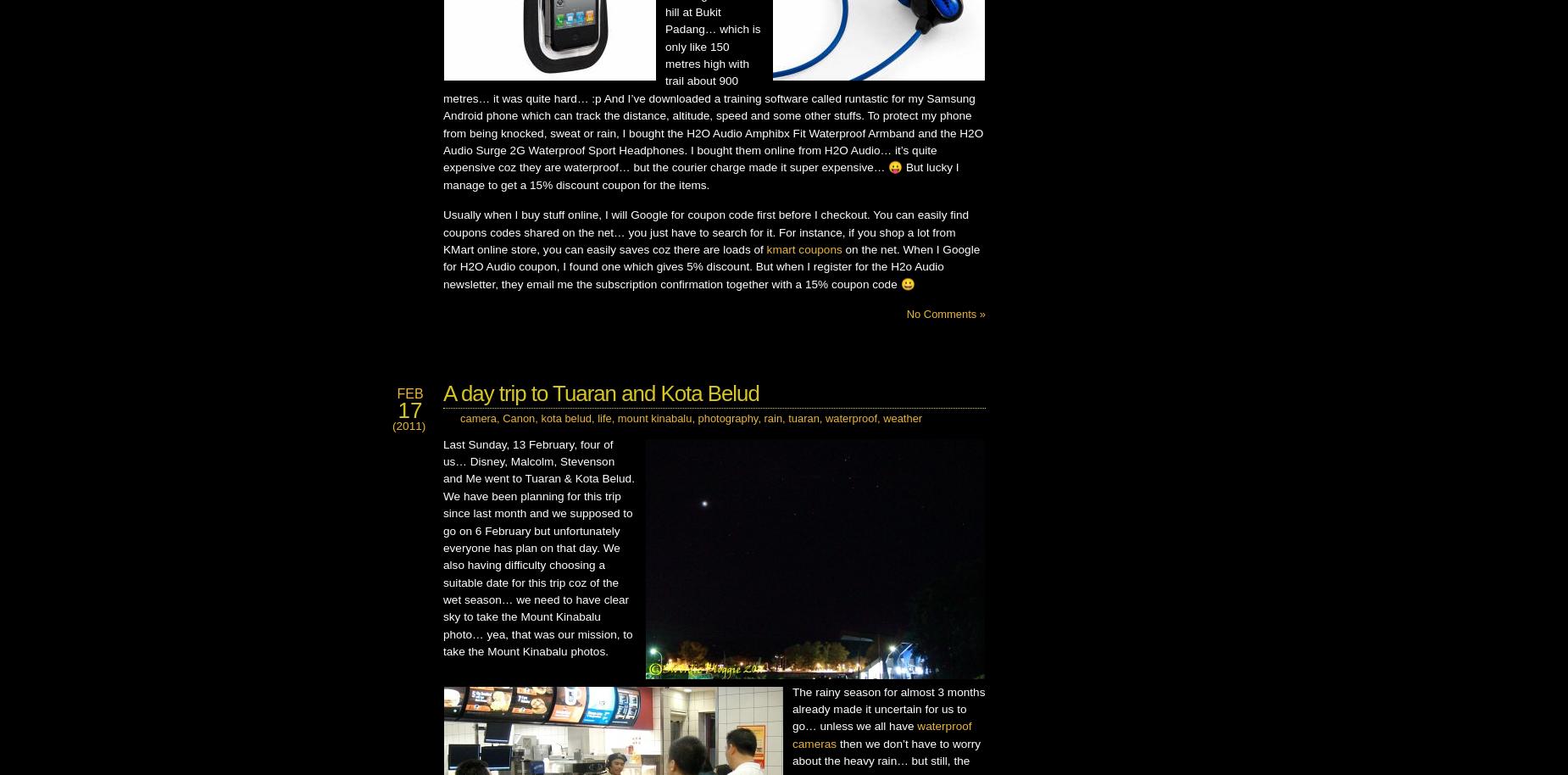 Image resolution: width=1568 pixels, height=775 pixels. What do you see at coordinates (850, 418) in the screenshot?
I see `'waterproof'` at bounding box center [850, 418].